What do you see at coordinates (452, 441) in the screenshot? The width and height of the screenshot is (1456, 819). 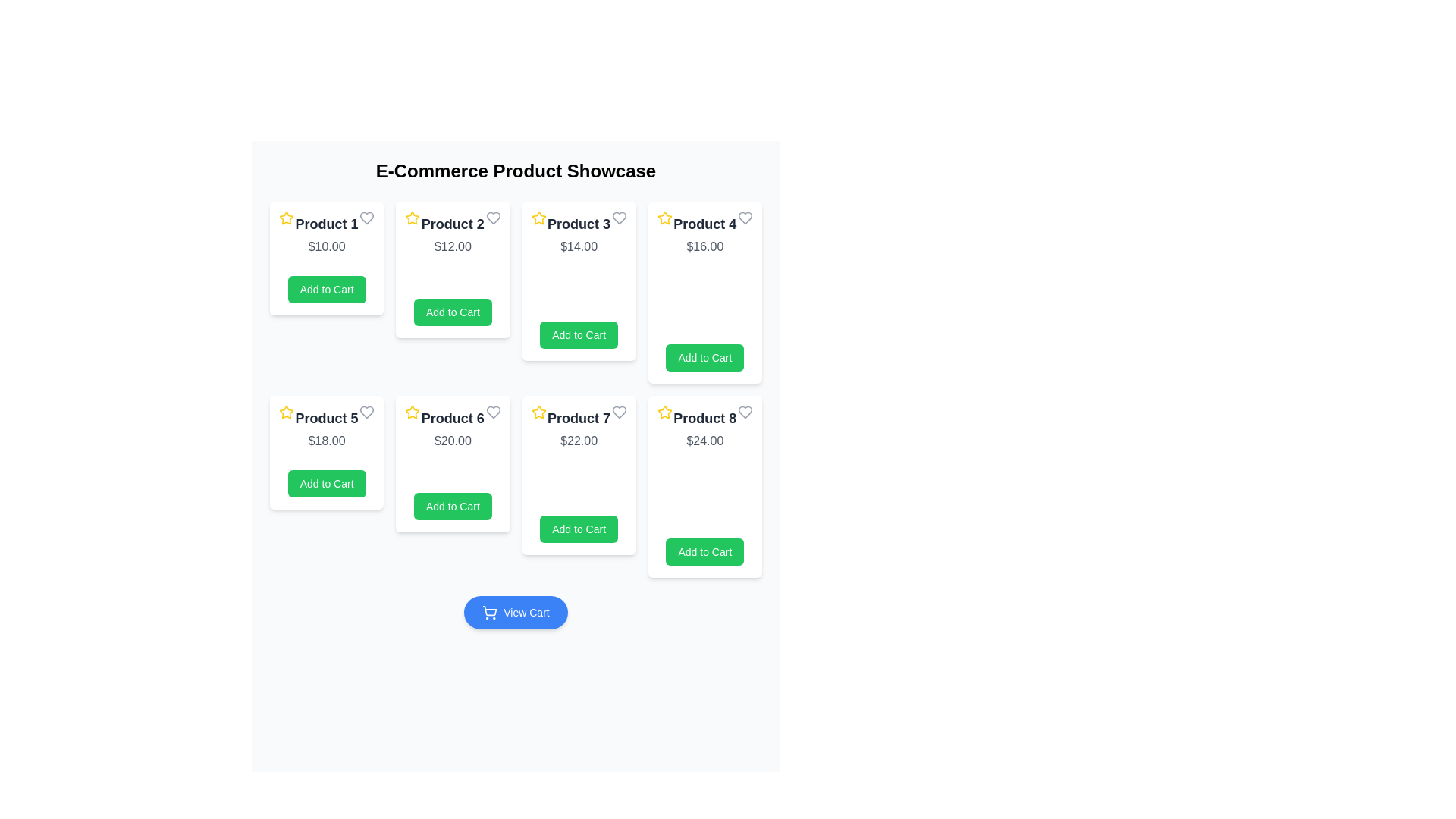 I see `text label displaying '$20.00' located at the bottom-center of the card for Product 6, positioned between the product name and the 'Add to Cart' button` at bounding box center [452, 441].